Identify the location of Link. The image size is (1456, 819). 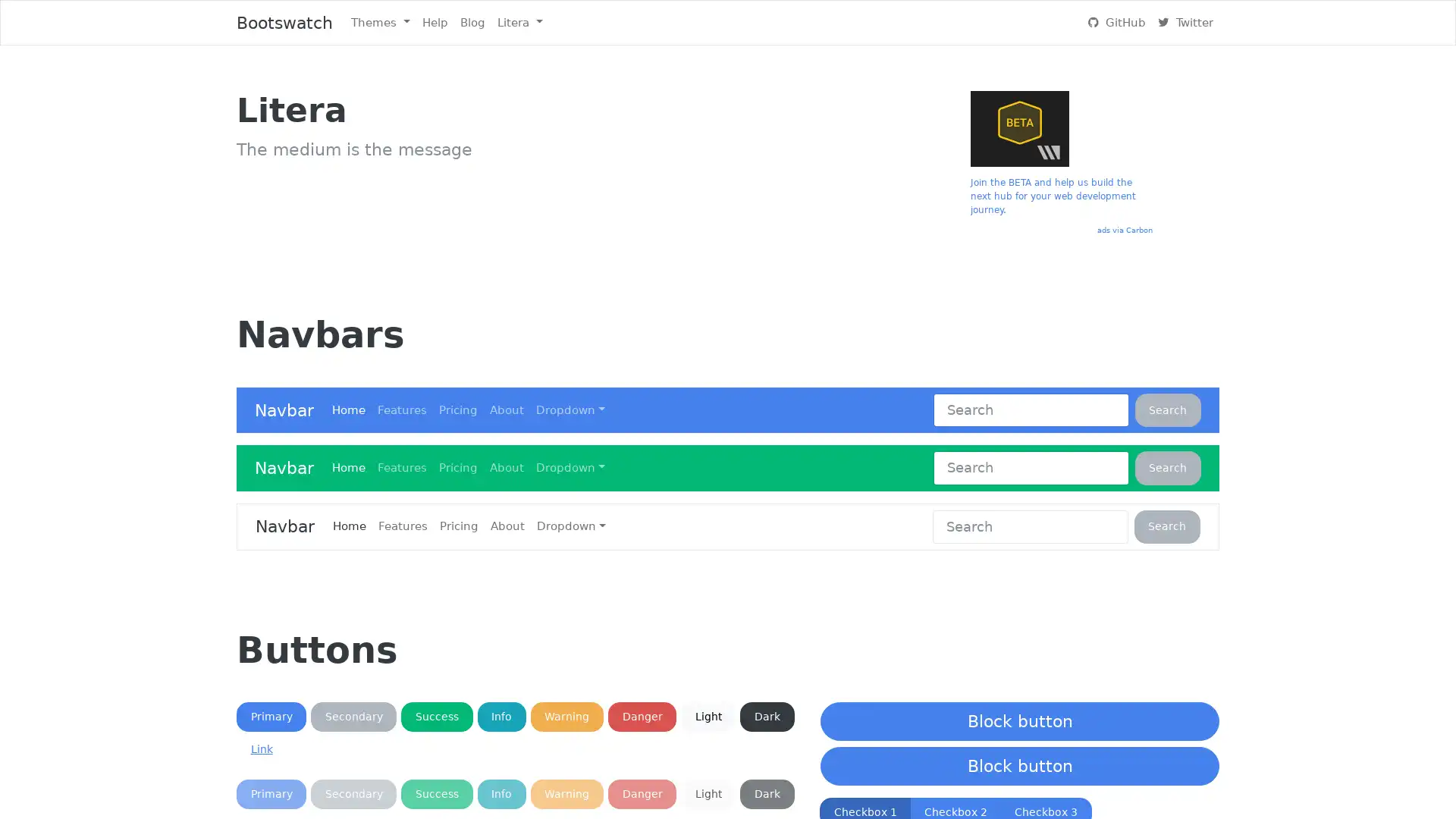
(262, 748).